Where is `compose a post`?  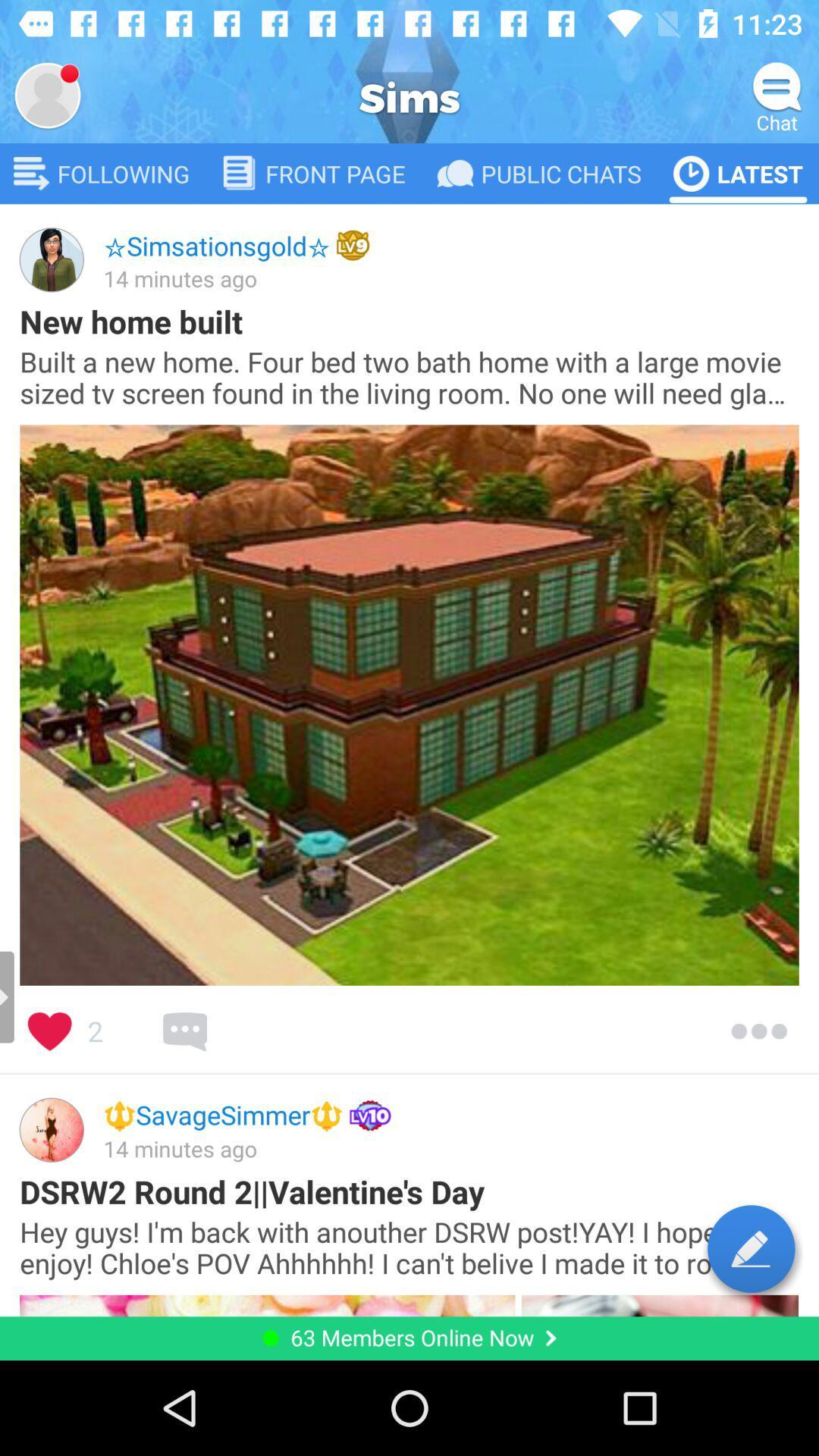
compose a post is located at coordinates (751, 1248).